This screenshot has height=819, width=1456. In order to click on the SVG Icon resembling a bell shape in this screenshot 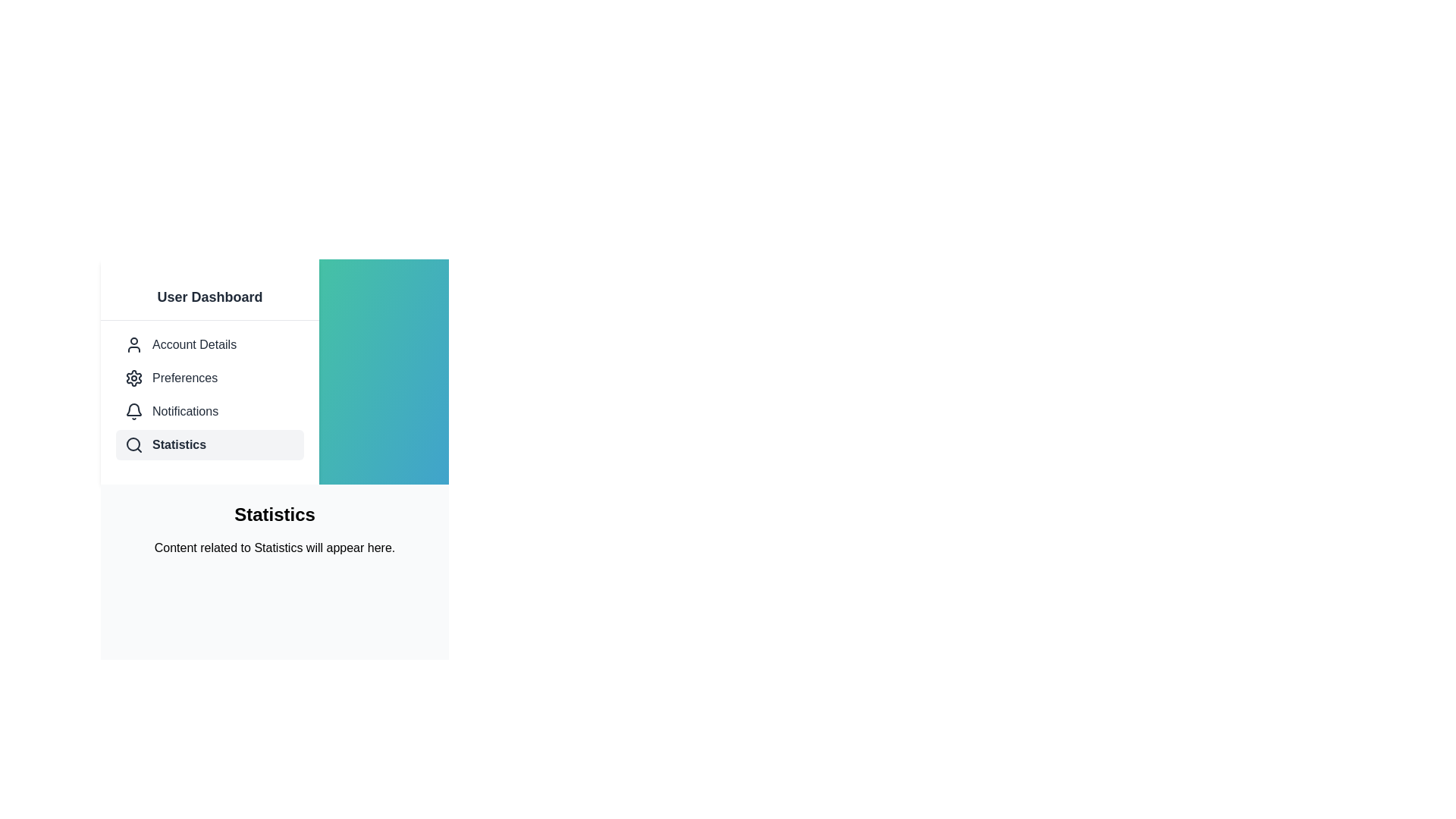, I will do `click(134, 412)`.